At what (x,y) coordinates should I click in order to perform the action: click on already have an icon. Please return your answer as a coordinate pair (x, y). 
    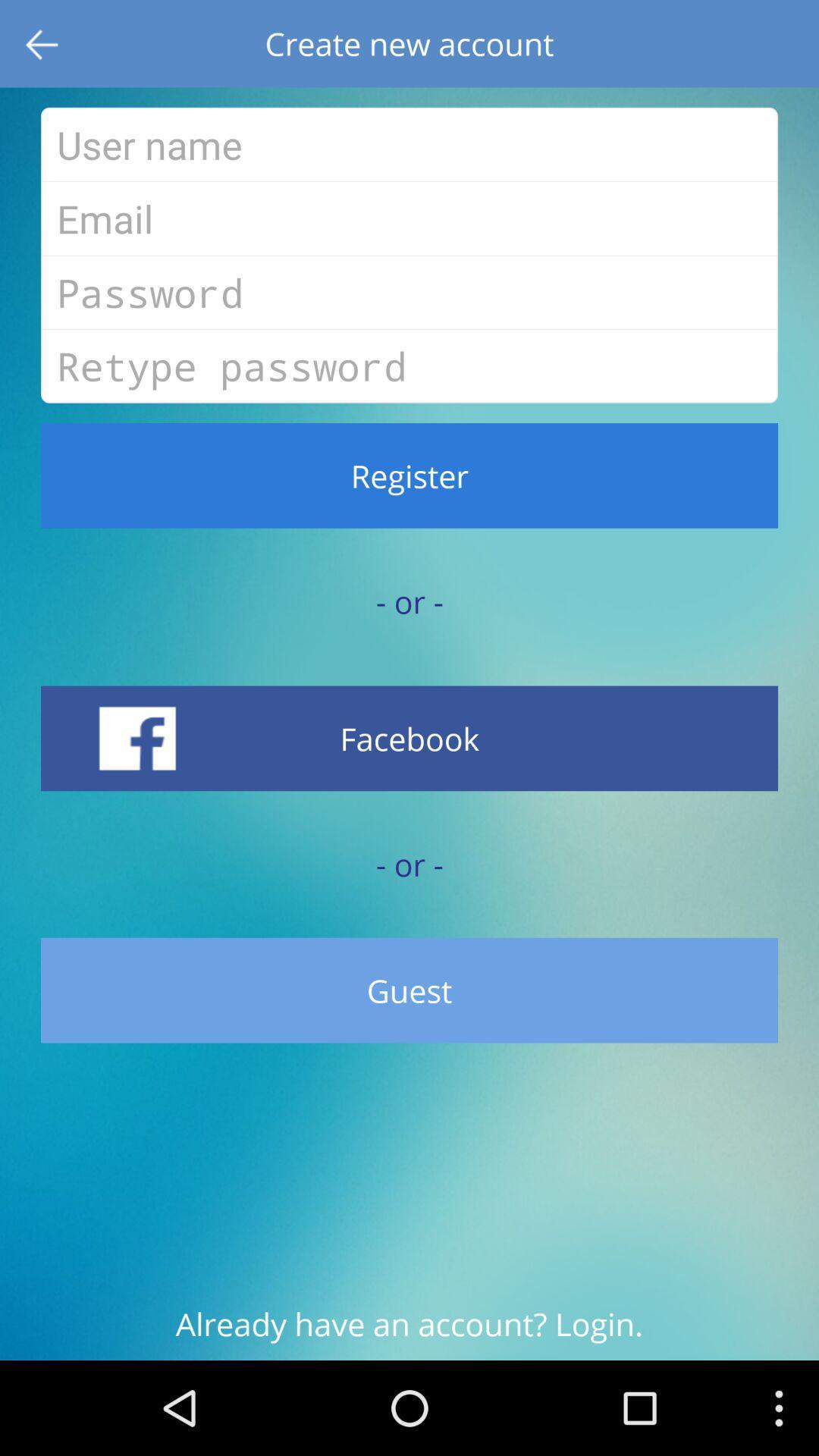
    Looking at the image, I should click on (409, 1331).